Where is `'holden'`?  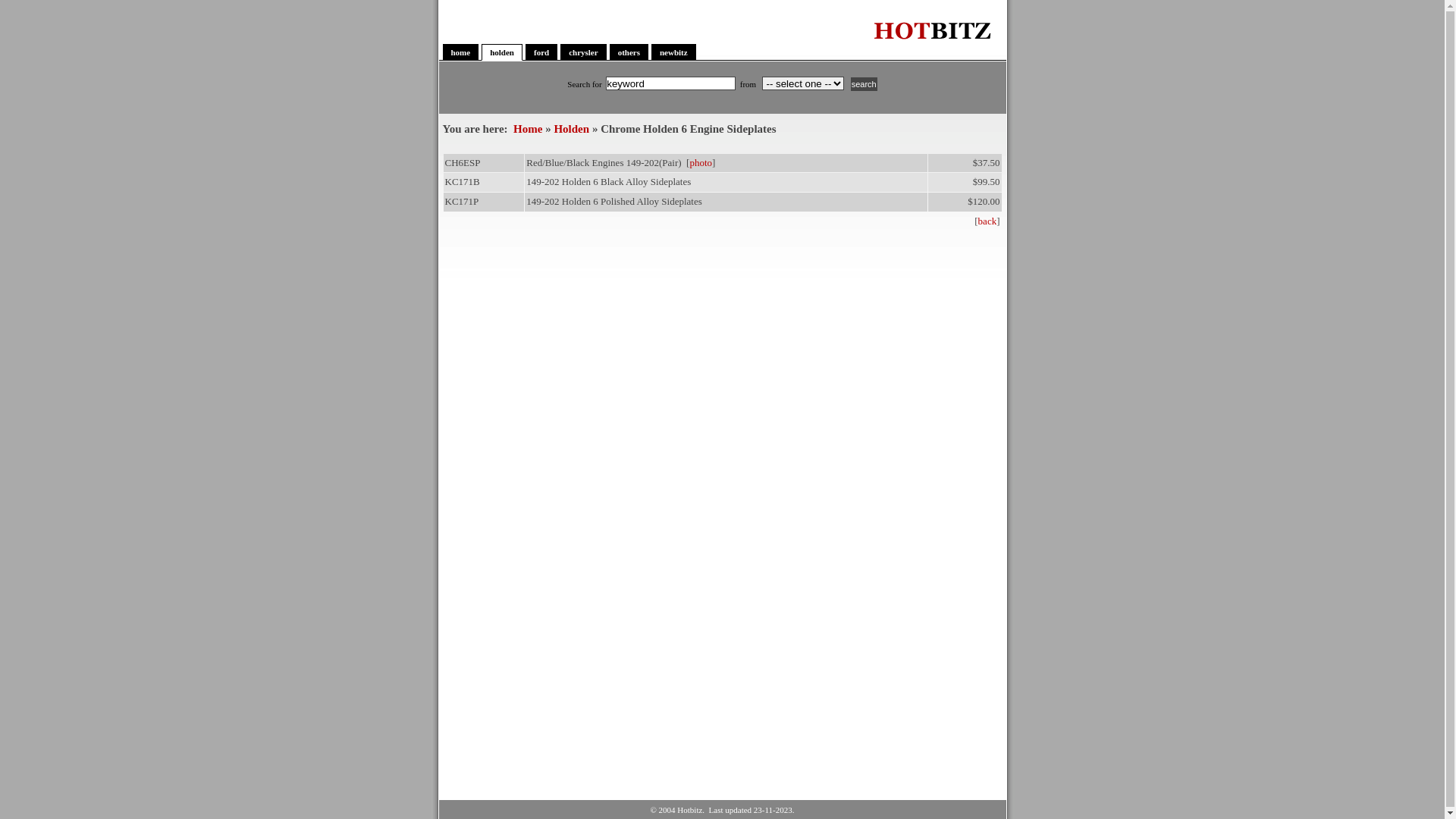 'holden' is located at coordinates (480, 52).